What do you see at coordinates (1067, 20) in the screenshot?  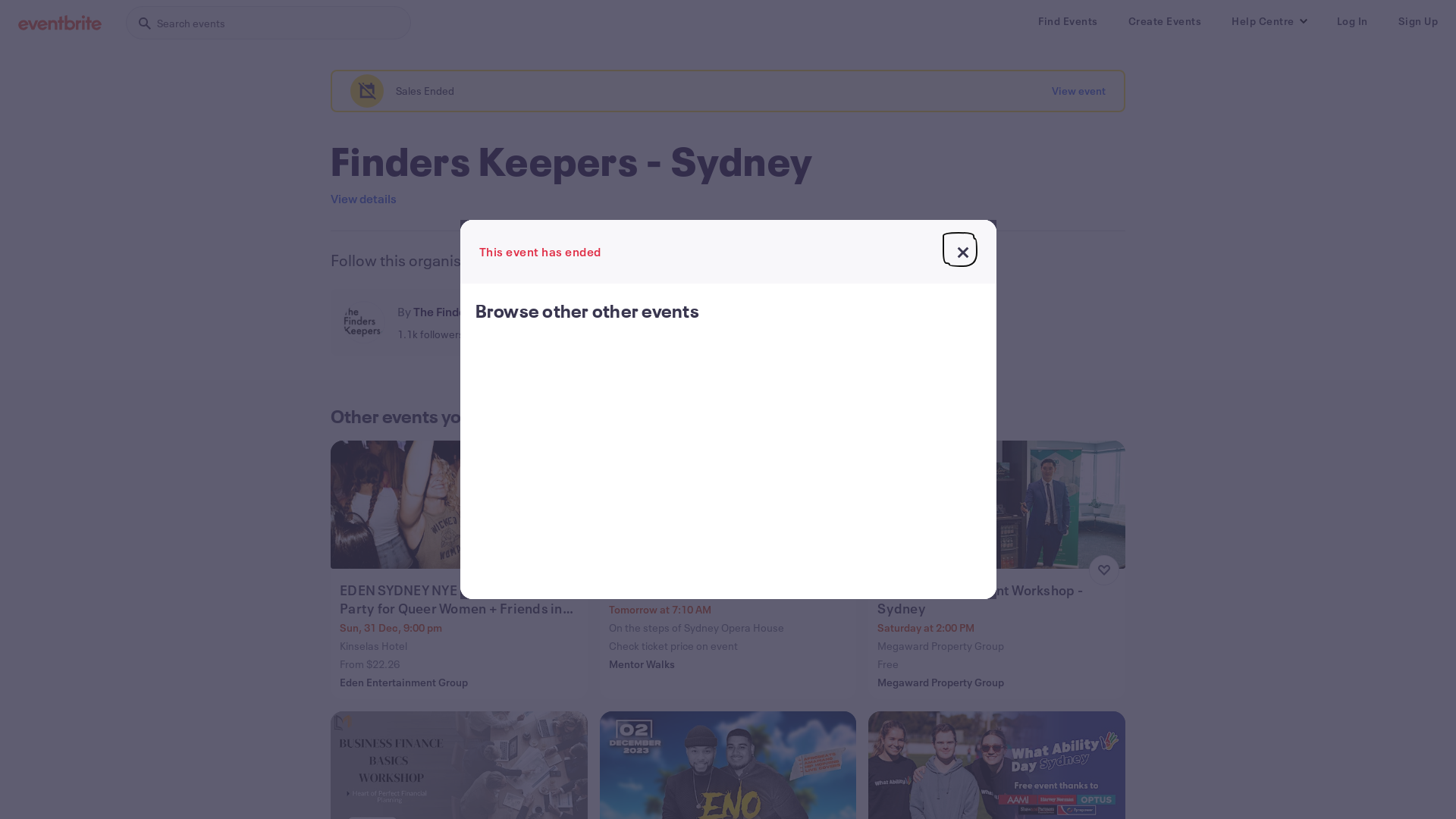 I see `'Find Events'` at bounding box center [1067, 20].